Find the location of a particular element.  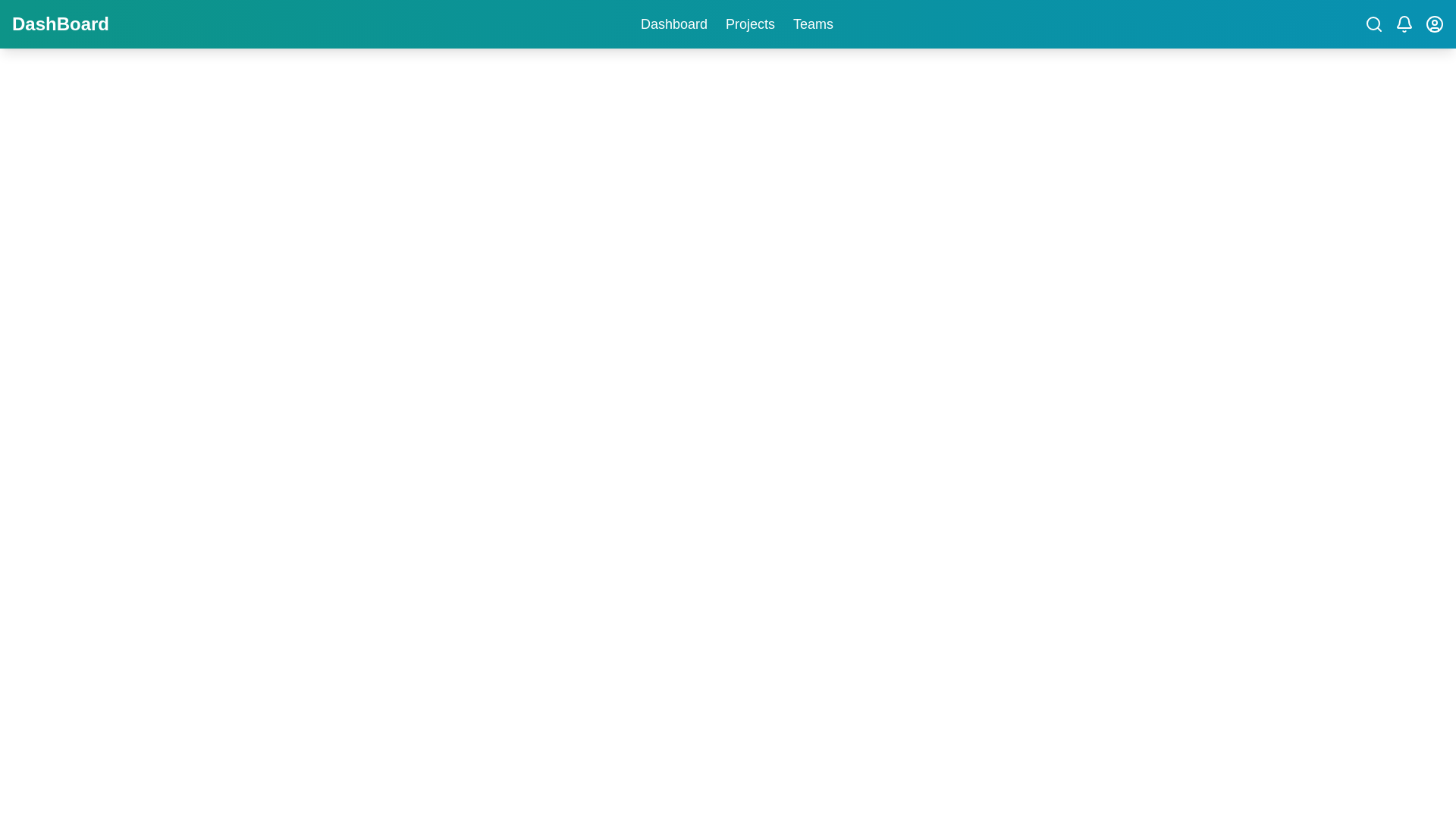

the 'Projects' text link button in the navigation menu to change its color to lighter gray is located at coordinates (750, 24).